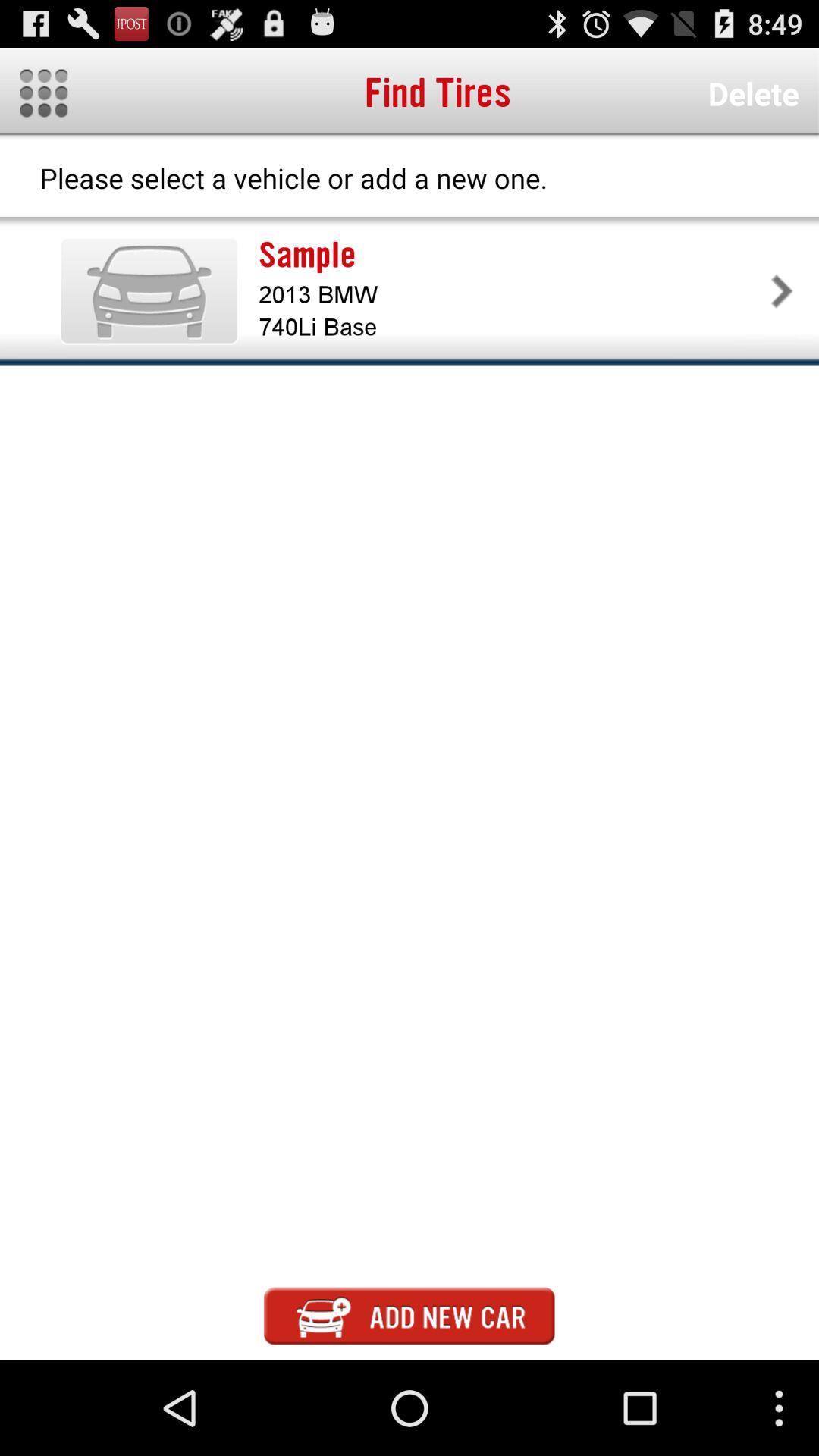 This screenshot has height=1456, width=819. I want to click on the icon next to find tires item, so click(753, 93).